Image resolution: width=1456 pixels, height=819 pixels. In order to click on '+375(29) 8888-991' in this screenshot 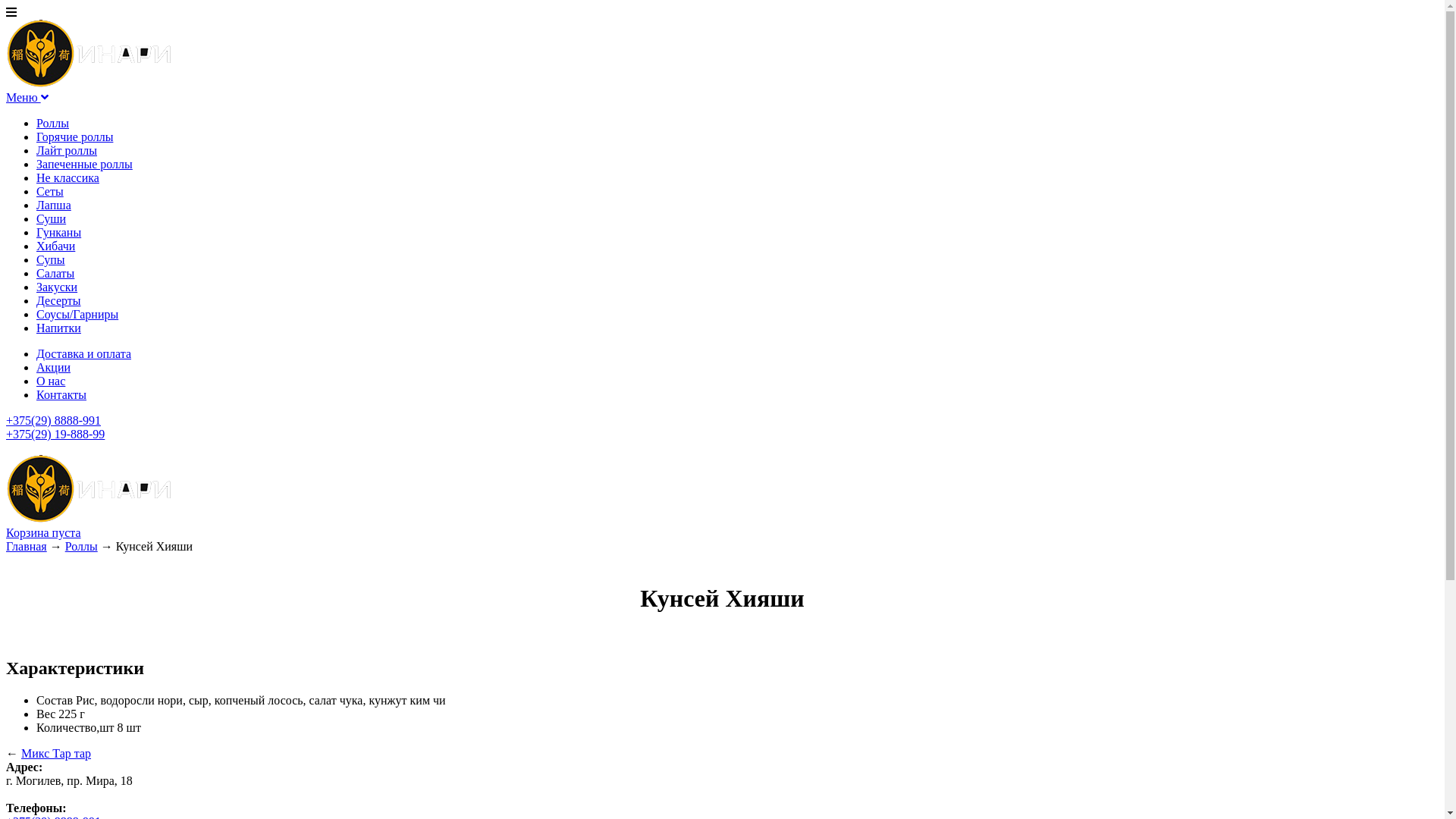, I will do `click(53, 420)`.